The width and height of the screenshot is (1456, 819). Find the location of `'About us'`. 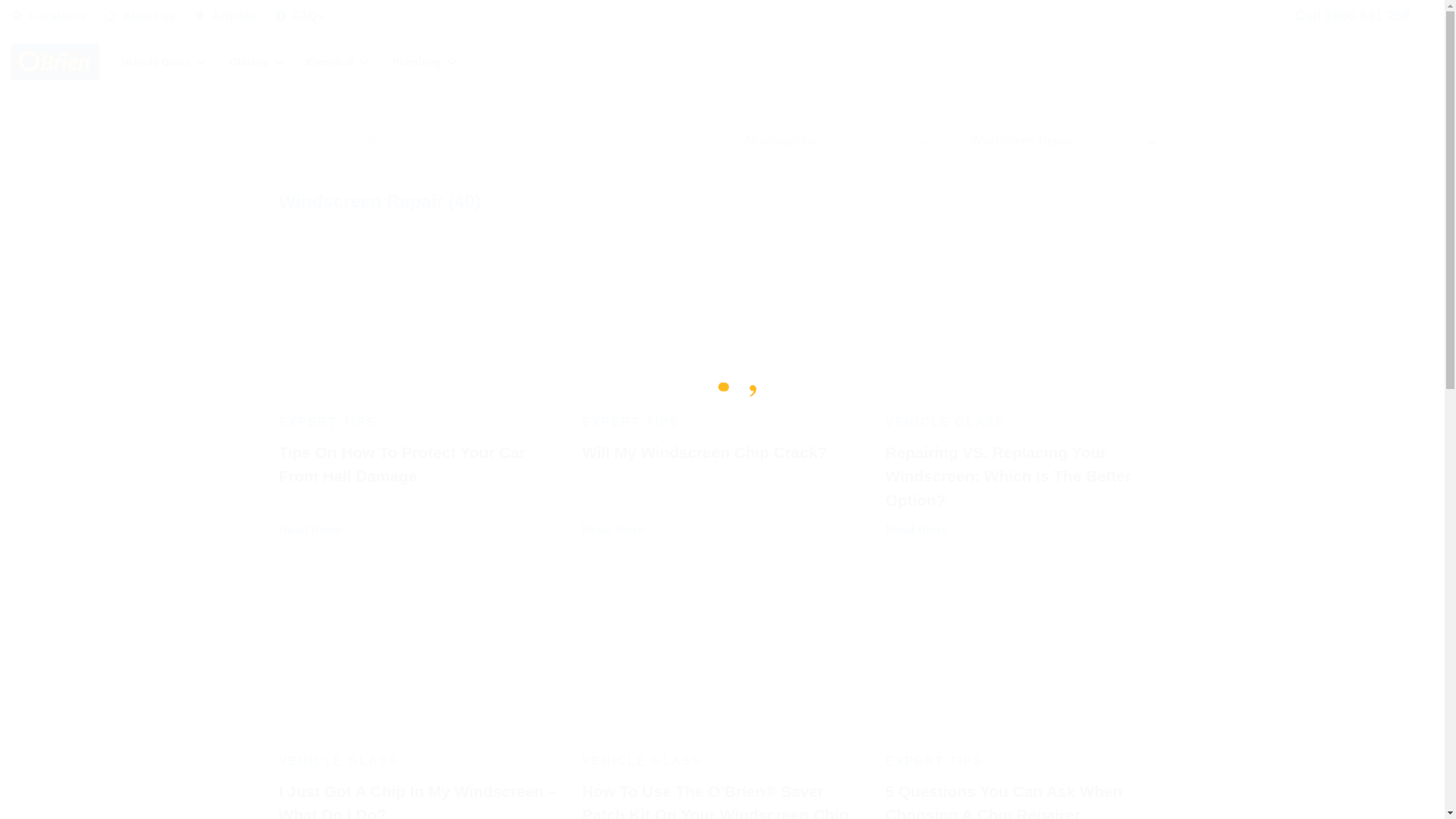

'About us' is located at coordinates (149, 16).